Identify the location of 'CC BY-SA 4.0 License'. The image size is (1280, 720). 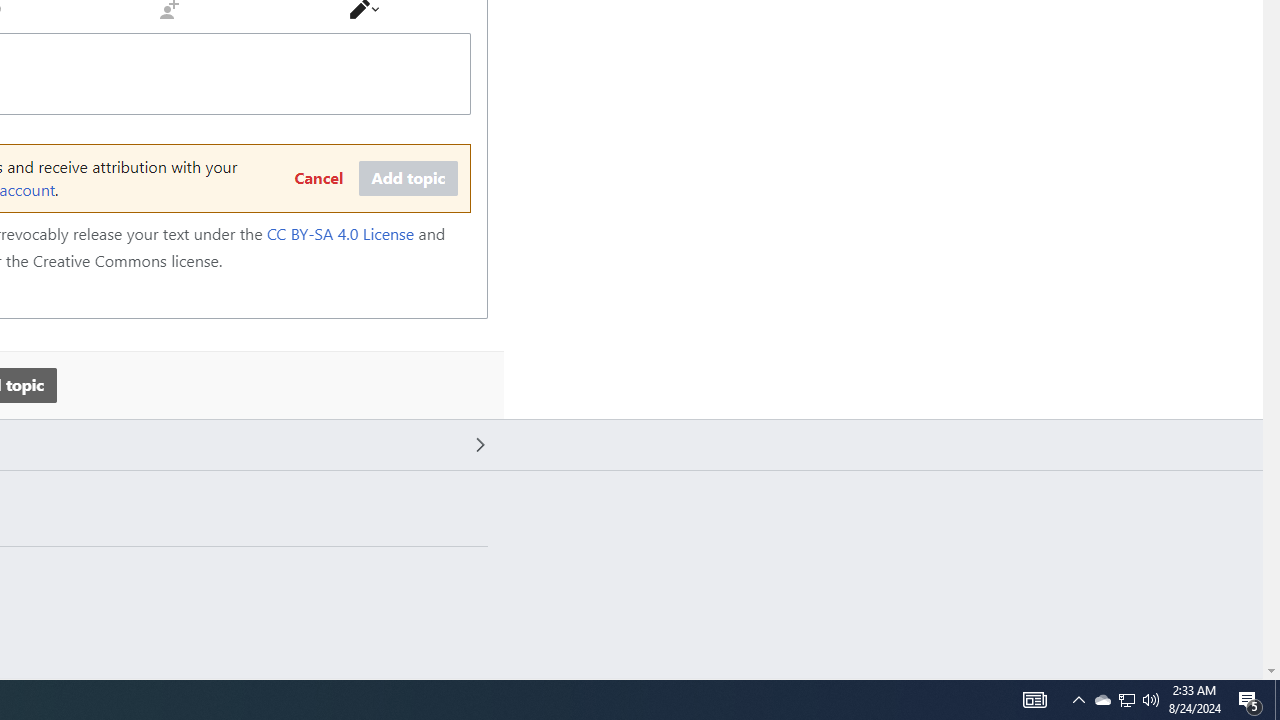
(340, 233).